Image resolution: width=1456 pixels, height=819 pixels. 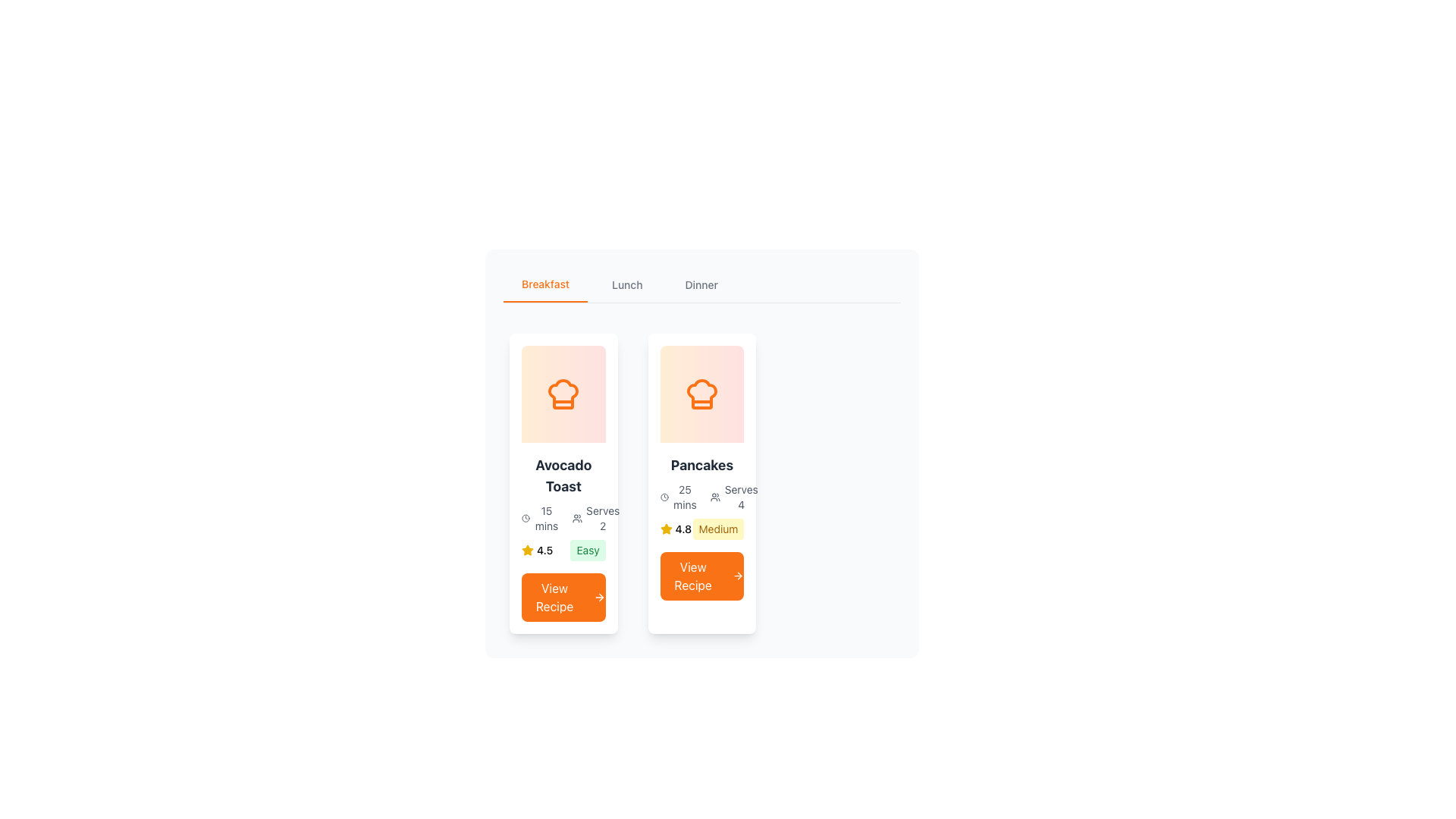 I want to click on the rating and difficulty information displayed for the recipe 'Avocado Toast', which includes a star icon indicating a rating of '4.5' and the label 'Easy' for difficulty level, so click(x=563, y=550).